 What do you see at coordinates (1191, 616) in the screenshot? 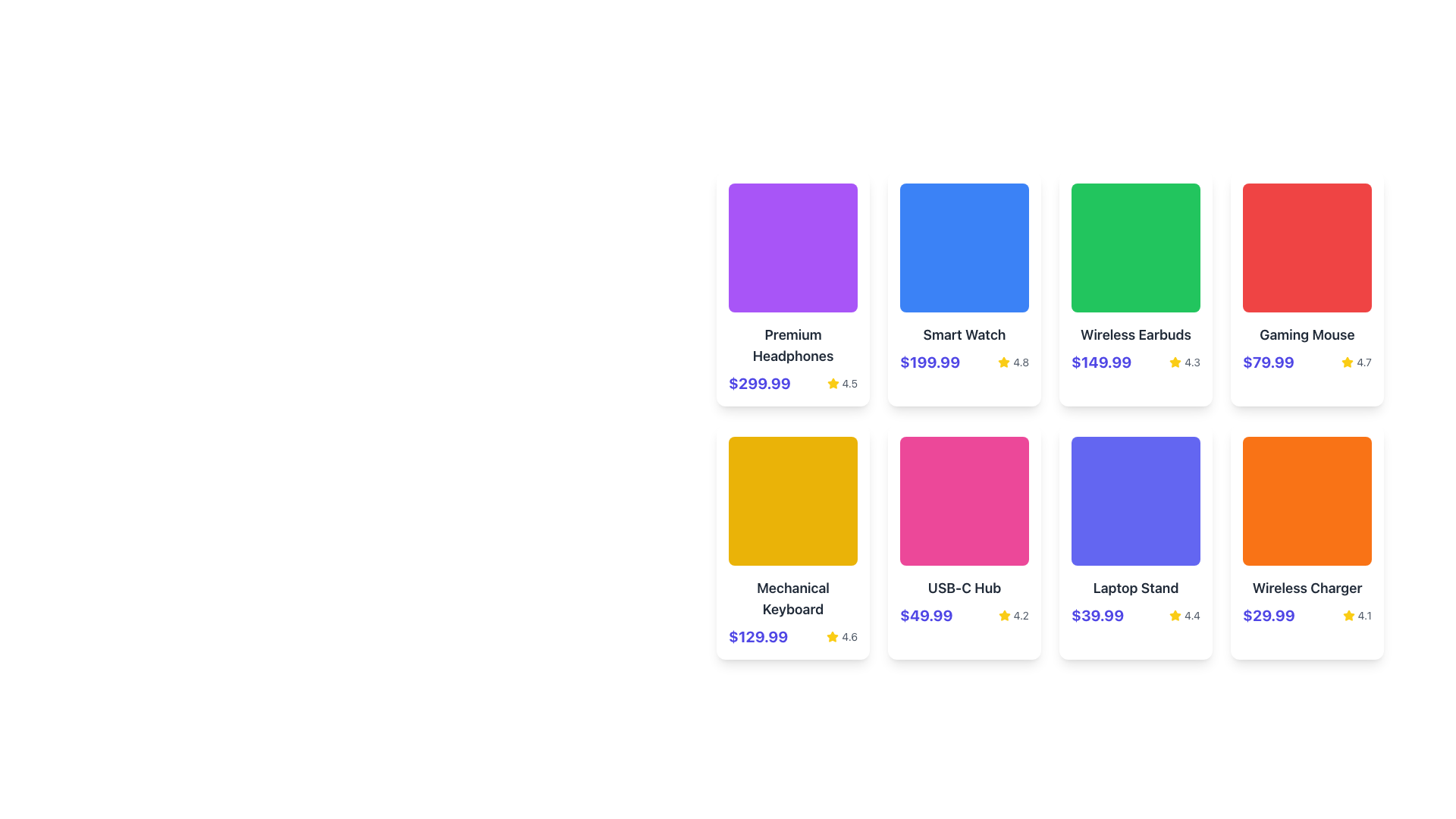
I see `value displayed in the text label showing '4.4', which is located immediately to the right of the yellow star icon in the rating display section of the 'Laptop Stand' product card` at bounding box center [1191, 616].